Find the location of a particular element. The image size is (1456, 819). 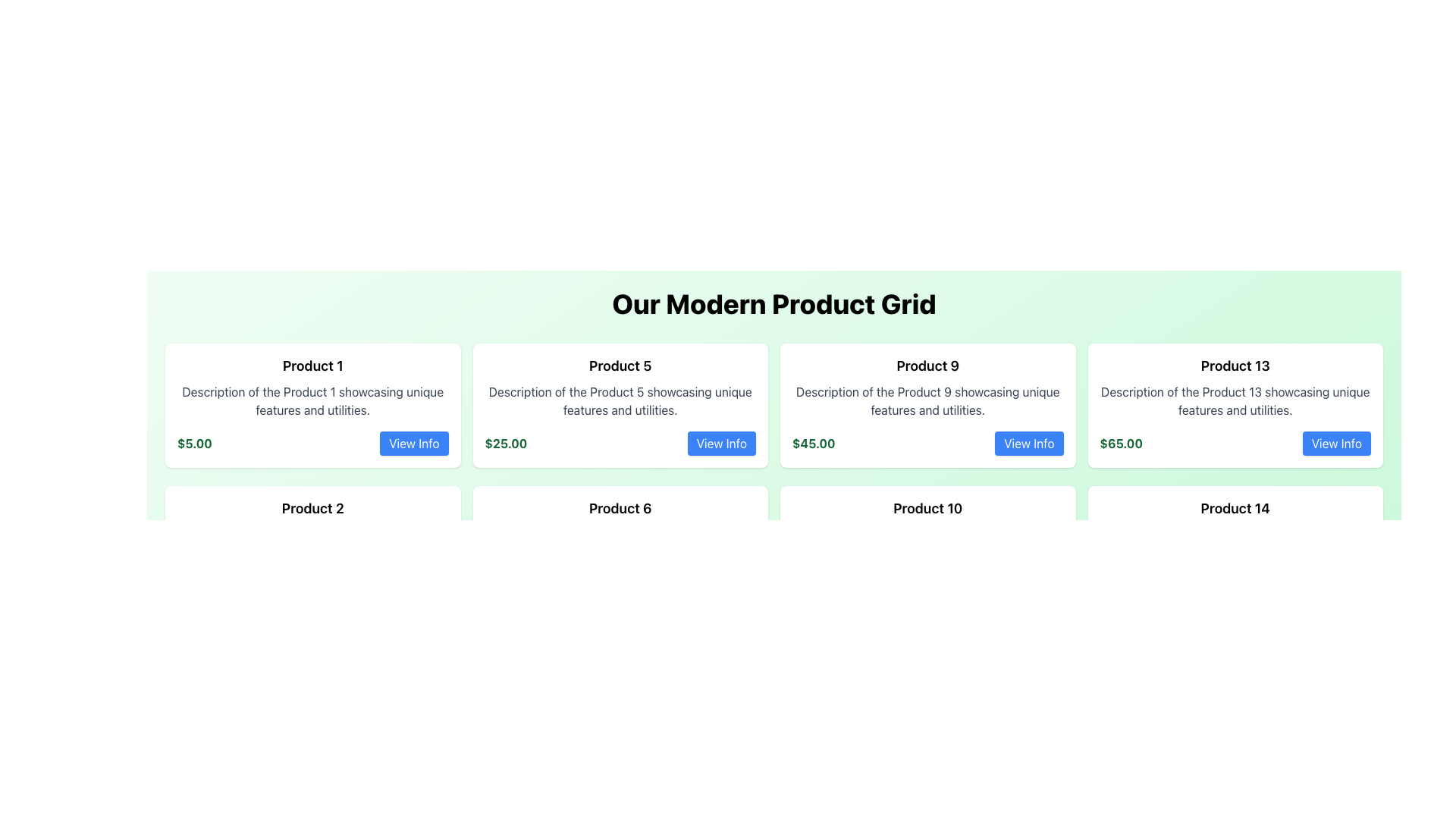

the information button located in the bottom-right position of the 'Product 9' card, next to the text '$45.00' is located at coordinates (1029, 444).